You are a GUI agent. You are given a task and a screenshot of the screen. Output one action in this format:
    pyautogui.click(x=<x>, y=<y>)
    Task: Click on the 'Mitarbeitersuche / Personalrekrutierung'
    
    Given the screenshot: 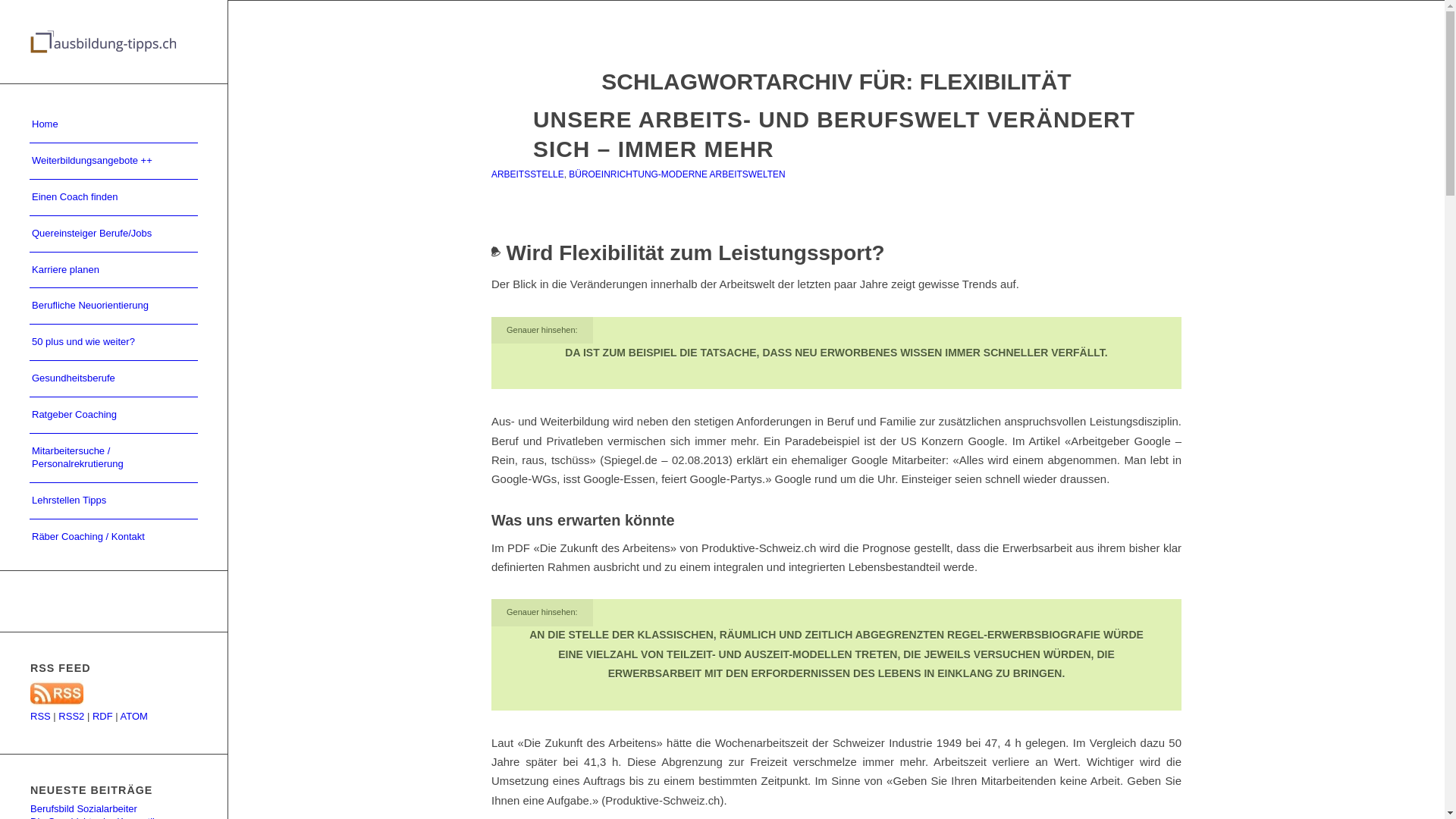 What is the action you would take?
    pyautogui.click(x=112, y=457)
    